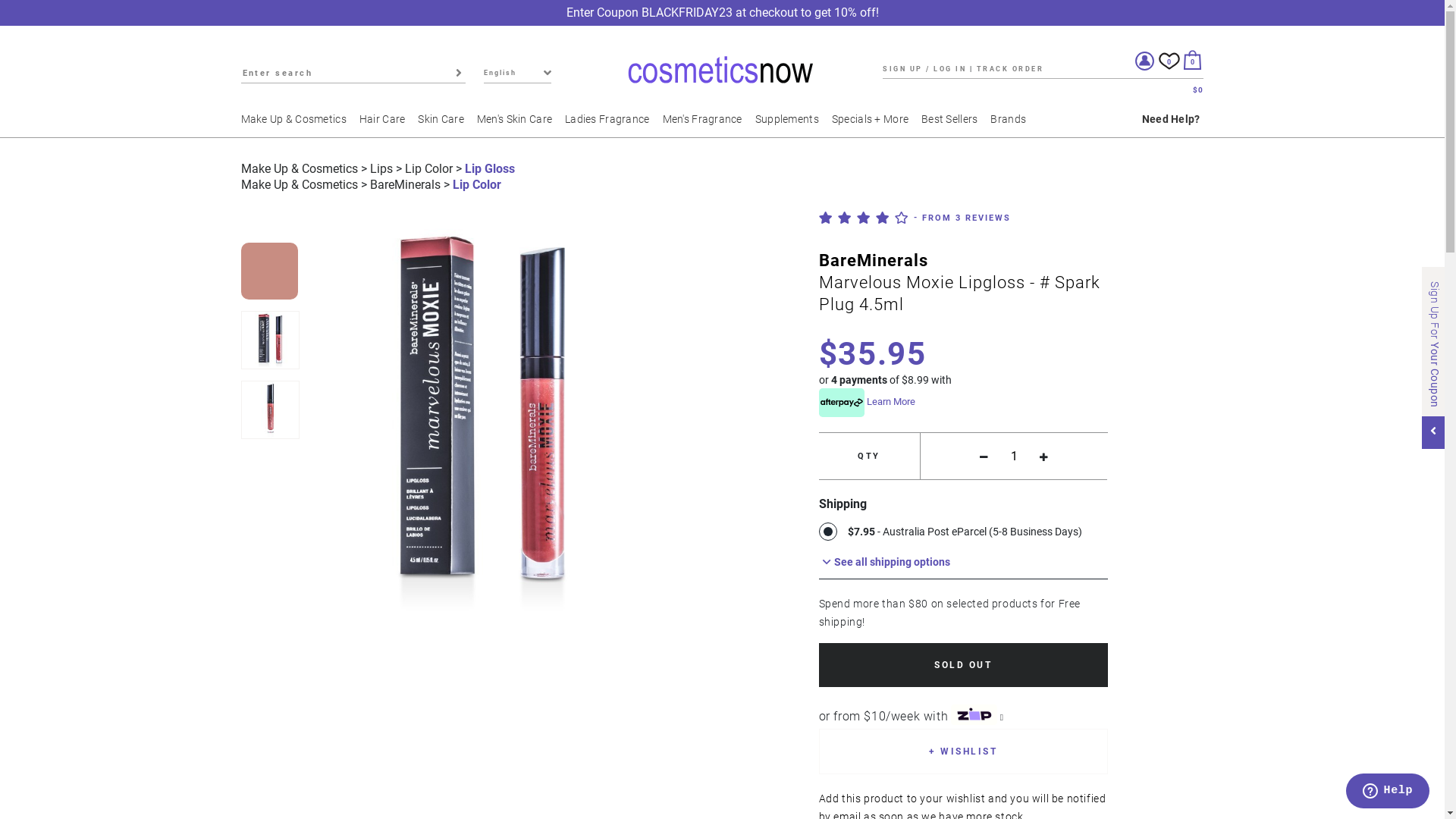 This screenshot has height=819, width=1456. I want to click on 'Skin Care', so click(444, 124).